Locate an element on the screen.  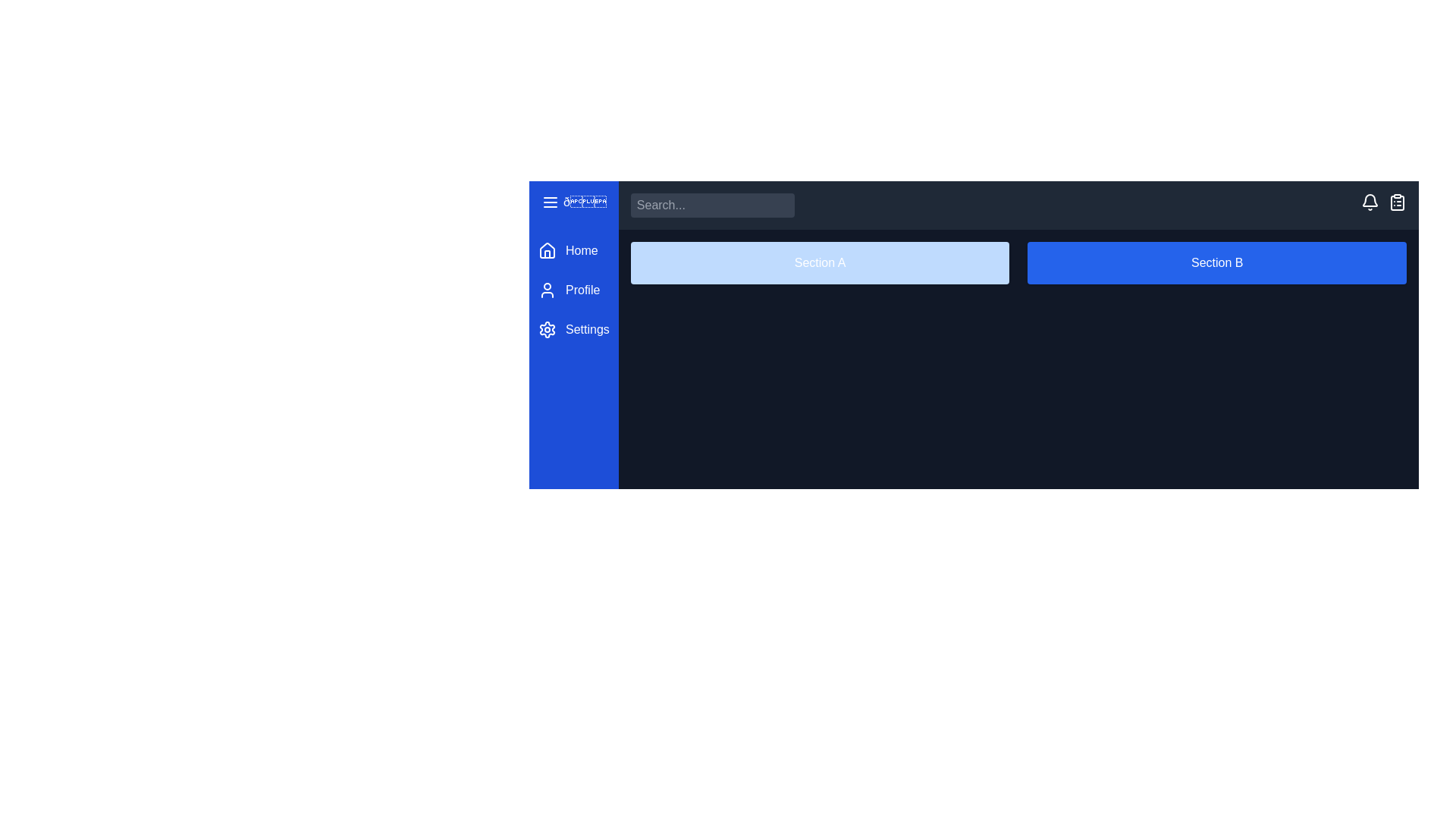
the 'Profile' icon located on the sidebar, positioned to the left of the text 'Profile', which serves as a visual indicator for profile or account settings is located at coordinates (546, 290).